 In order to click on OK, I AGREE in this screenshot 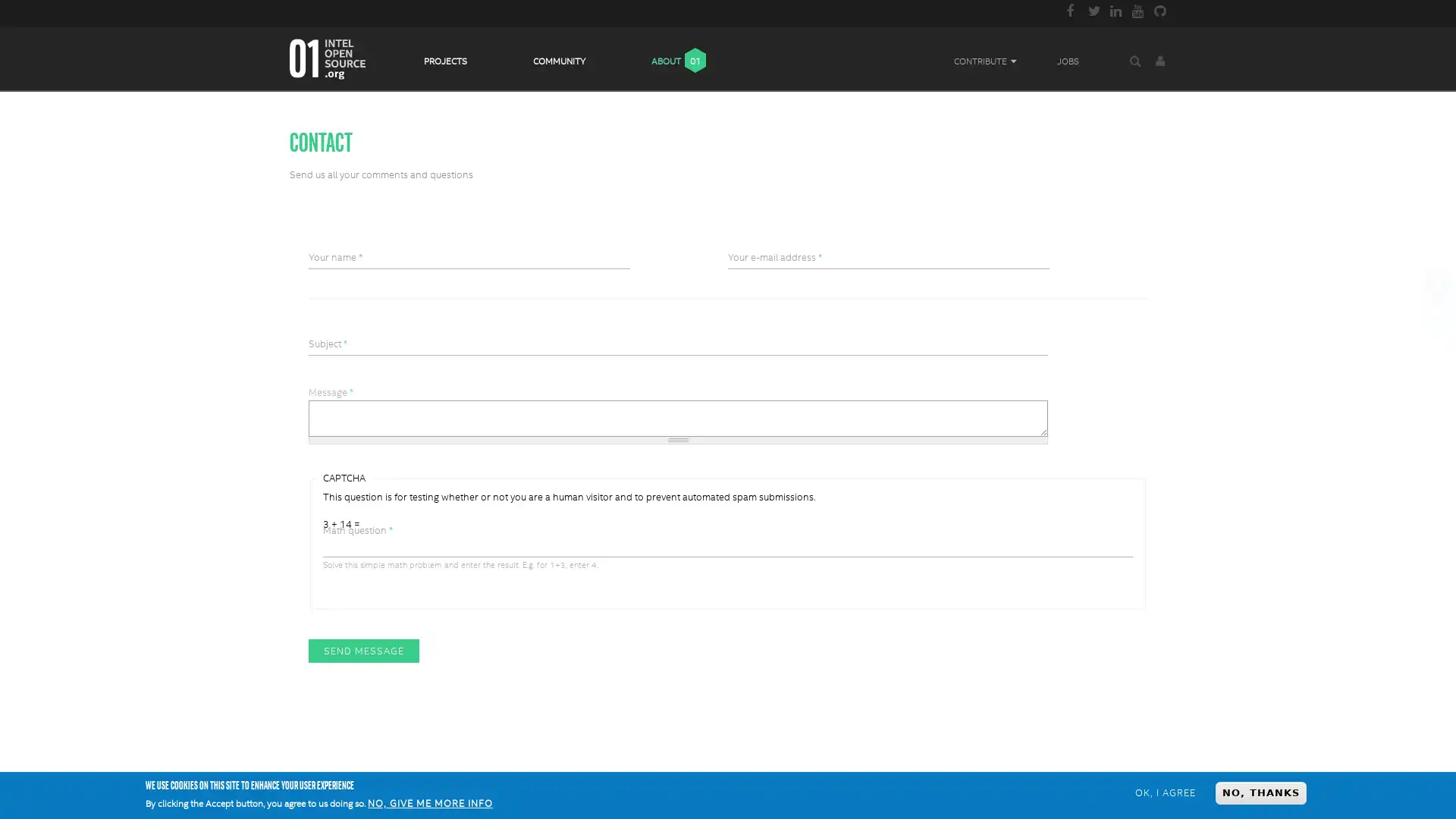, I will do `click(1164, 792)`.